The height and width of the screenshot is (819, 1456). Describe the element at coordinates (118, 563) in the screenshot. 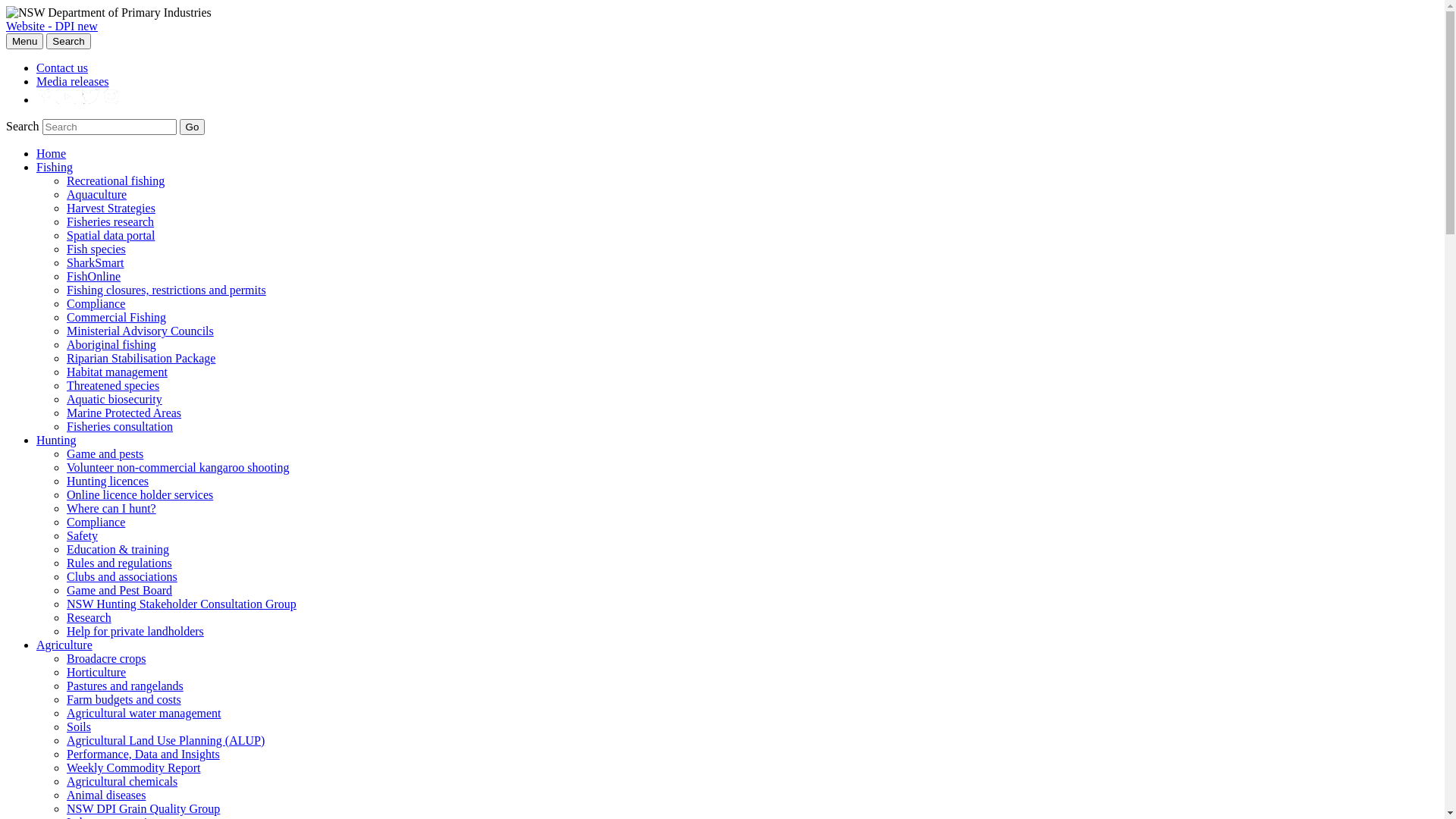

I see `'Rules and regulations'` at that location.